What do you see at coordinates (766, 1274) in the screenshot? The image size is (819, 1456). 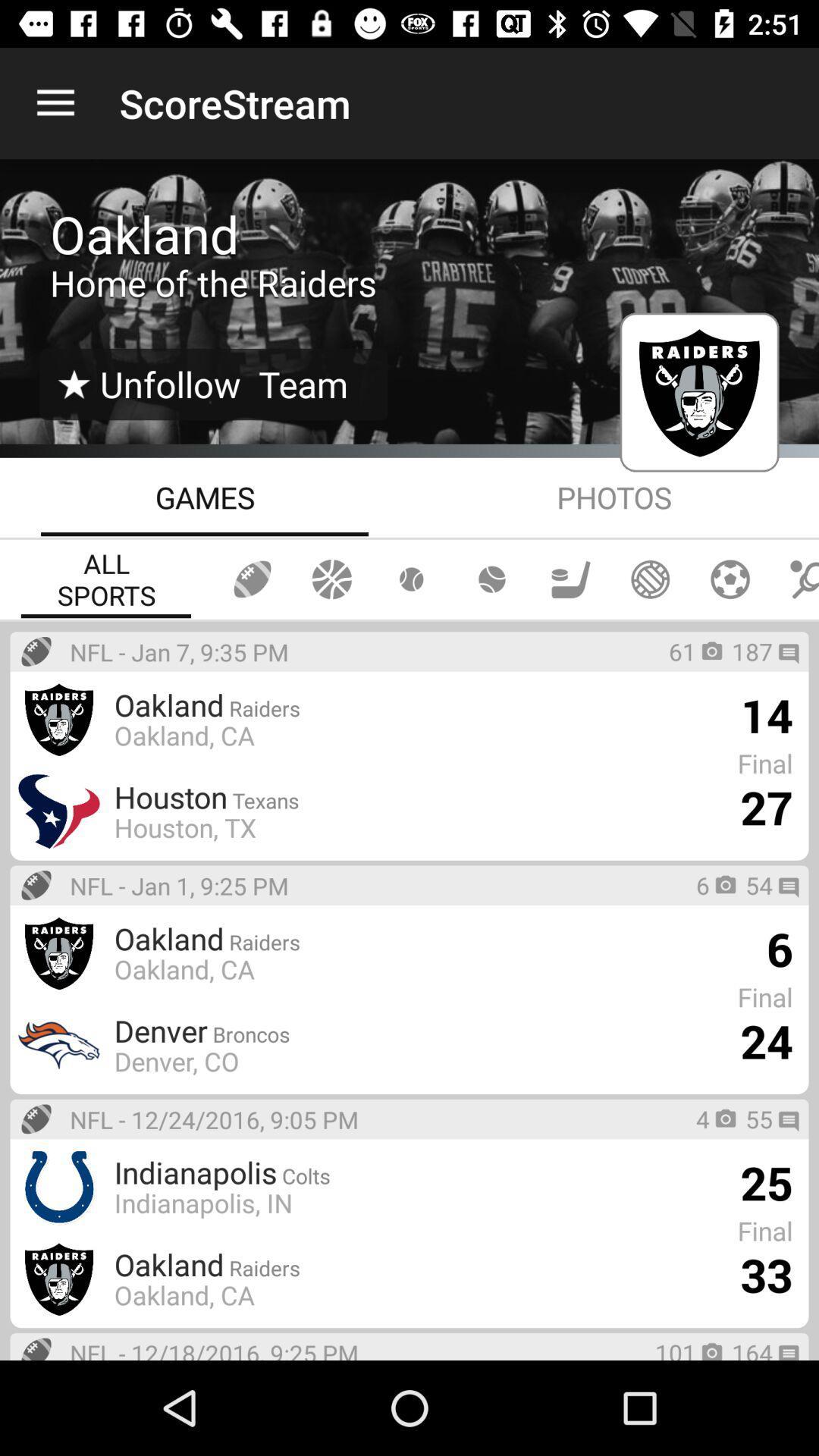 I see `the item below 25 icon` at bounding box center [766, 1274].